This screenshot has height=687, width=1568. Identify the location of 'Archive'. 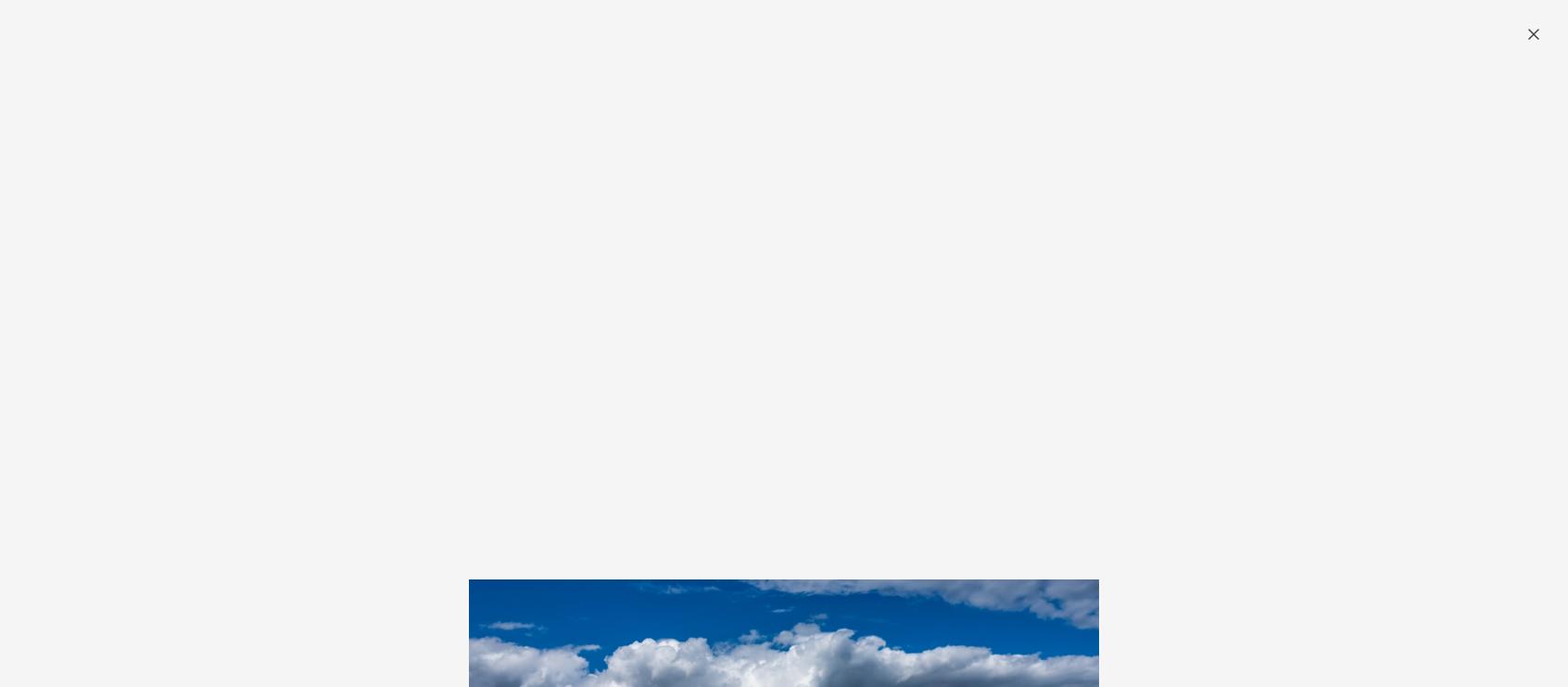
(810, 89).